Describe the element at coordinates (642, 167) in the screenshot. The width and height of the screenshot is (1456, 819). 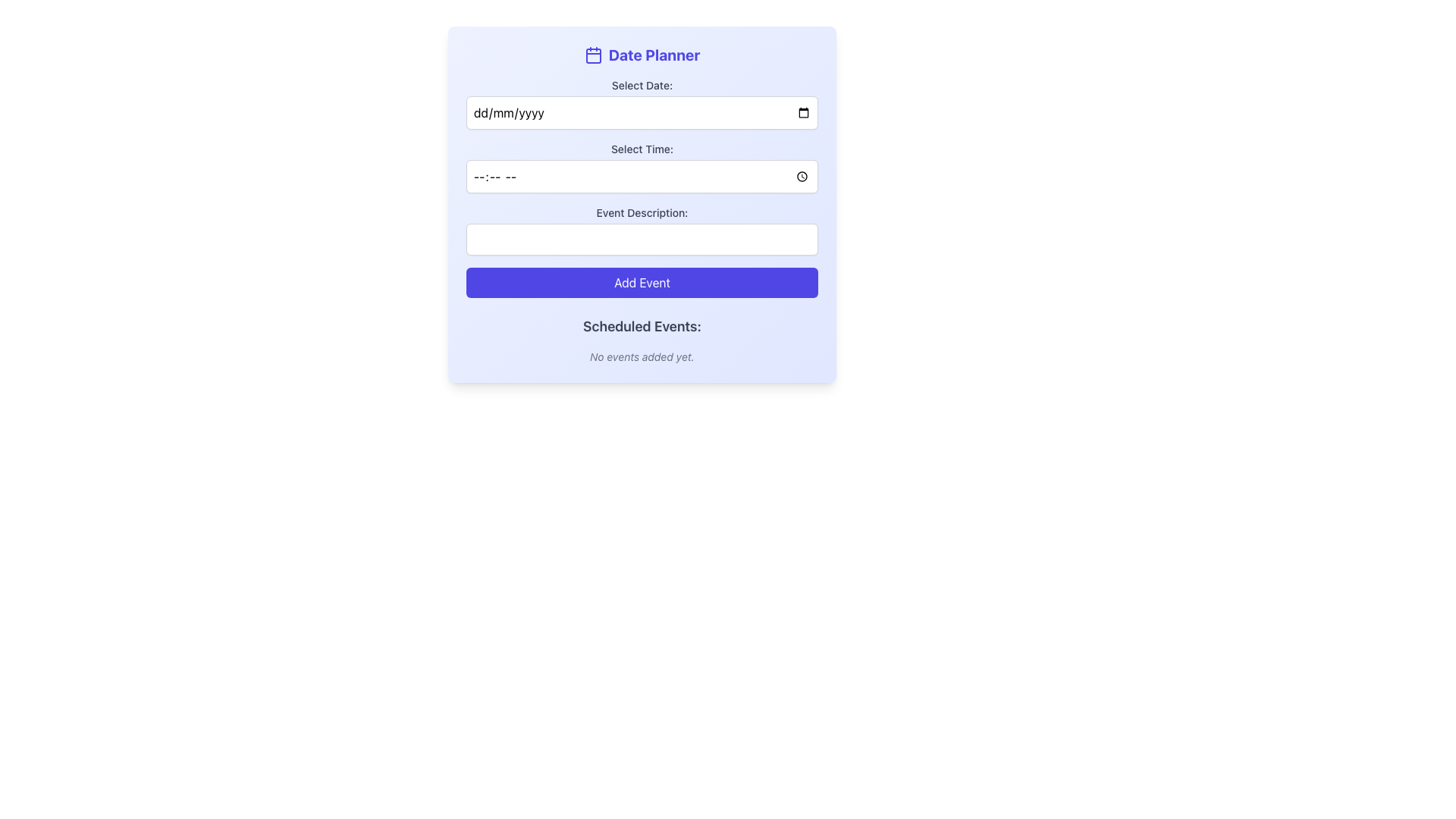
I see `the time input field labeled 'Select Time:'` at that location.